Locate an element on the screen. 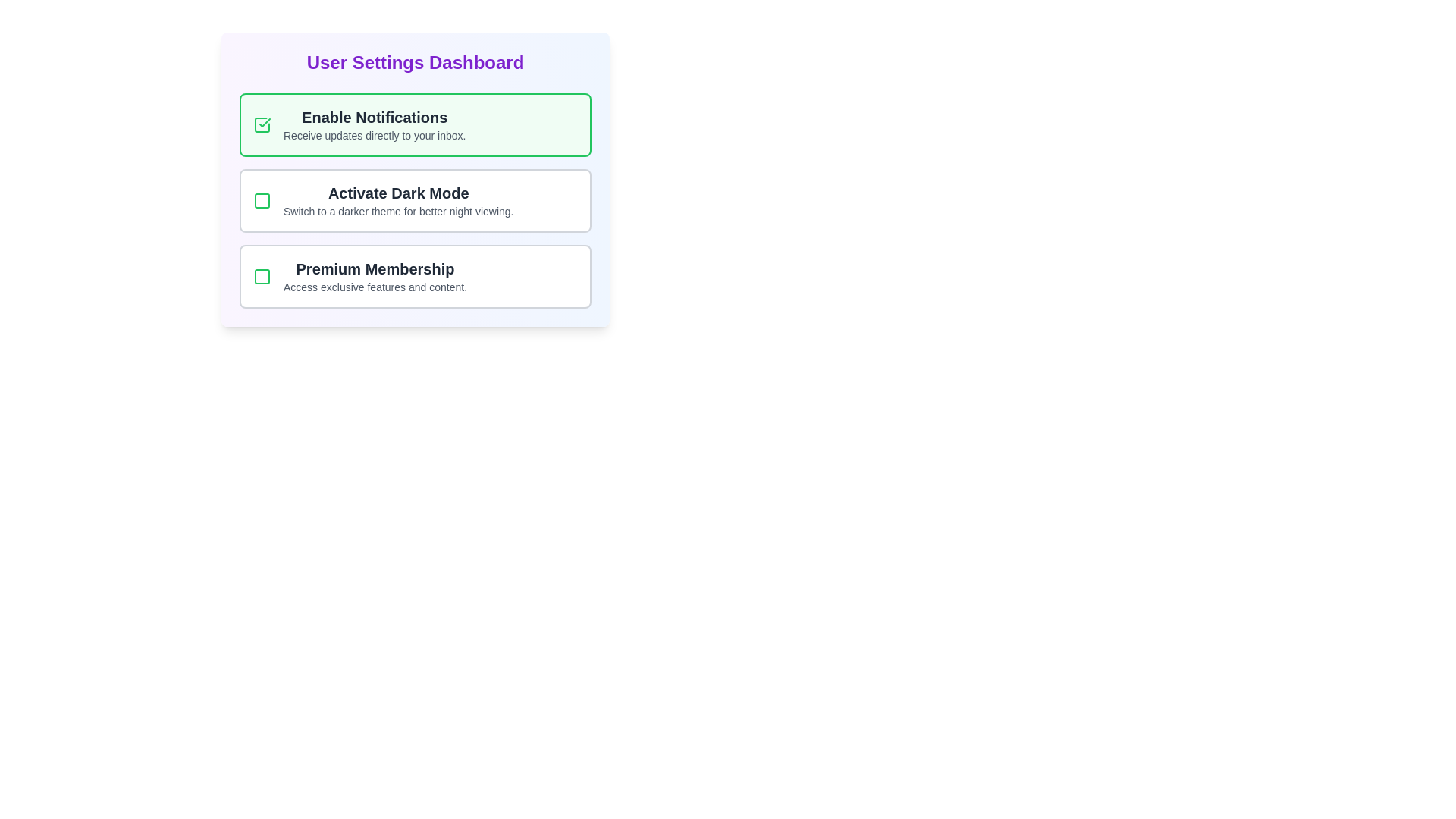 This screenshot has height=819, width=1456. the 'Enable Notifications' text label, which is styled in bold and larger font, located at the top of the settings list within a green-bordered section is located at coordinates (375, 116).